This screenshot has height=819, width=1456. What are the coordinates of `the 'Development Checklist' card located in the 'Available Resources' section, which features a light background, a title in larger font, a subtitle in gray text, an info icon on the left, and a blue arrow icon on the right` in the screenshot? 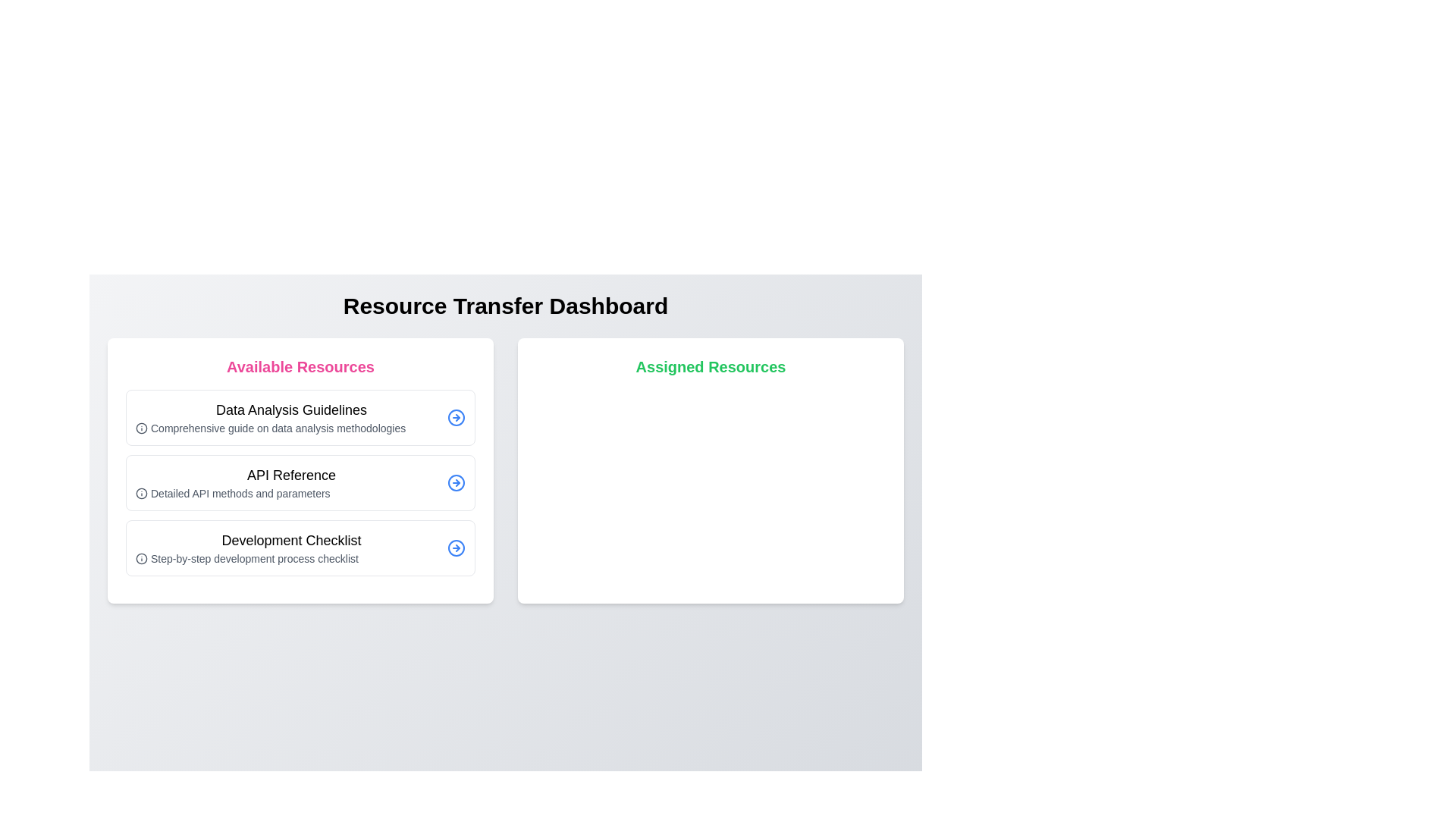 It's located at (300, 548).